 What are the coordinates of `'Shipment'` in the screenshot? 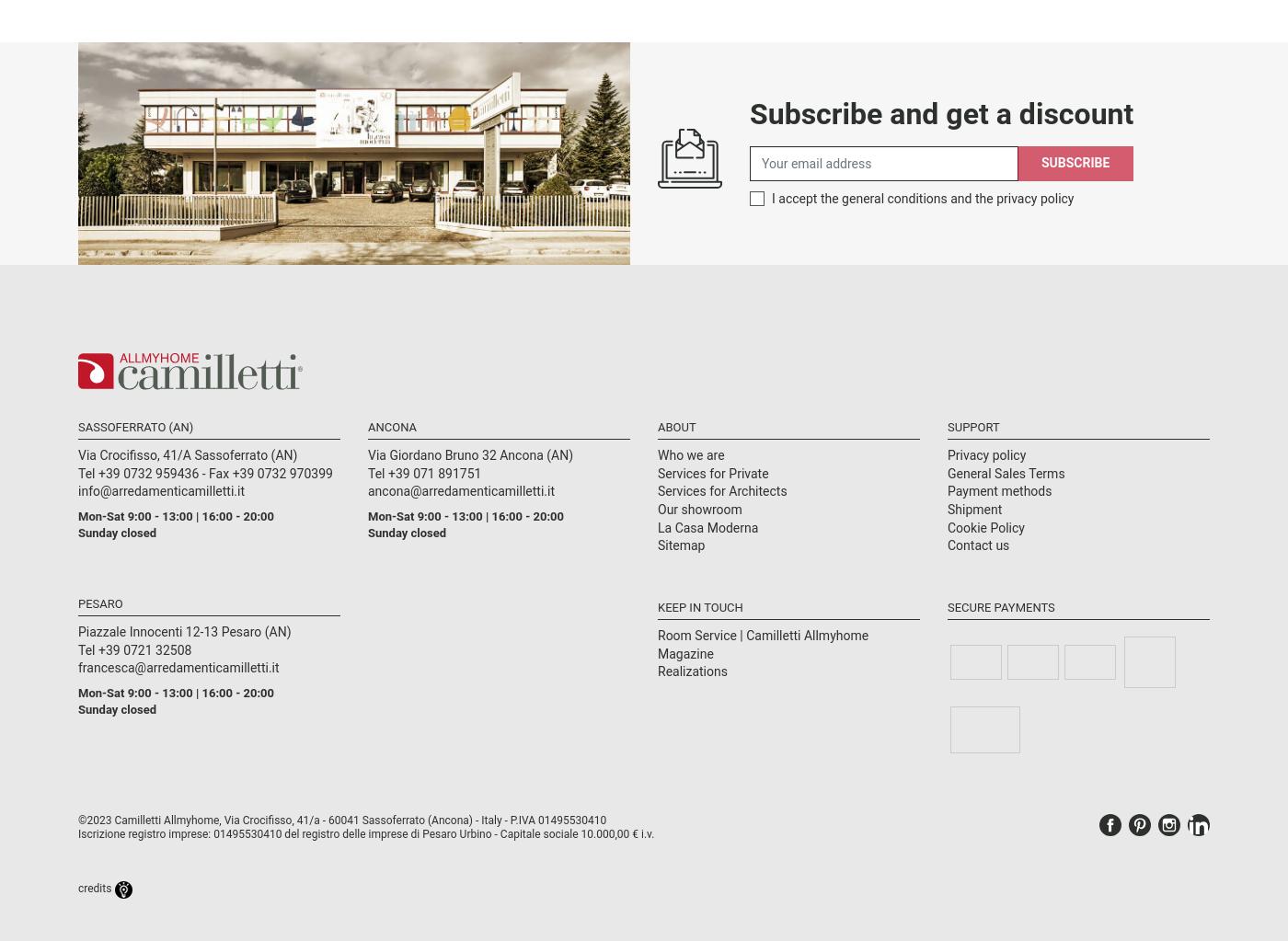 It's located at (974, 509).